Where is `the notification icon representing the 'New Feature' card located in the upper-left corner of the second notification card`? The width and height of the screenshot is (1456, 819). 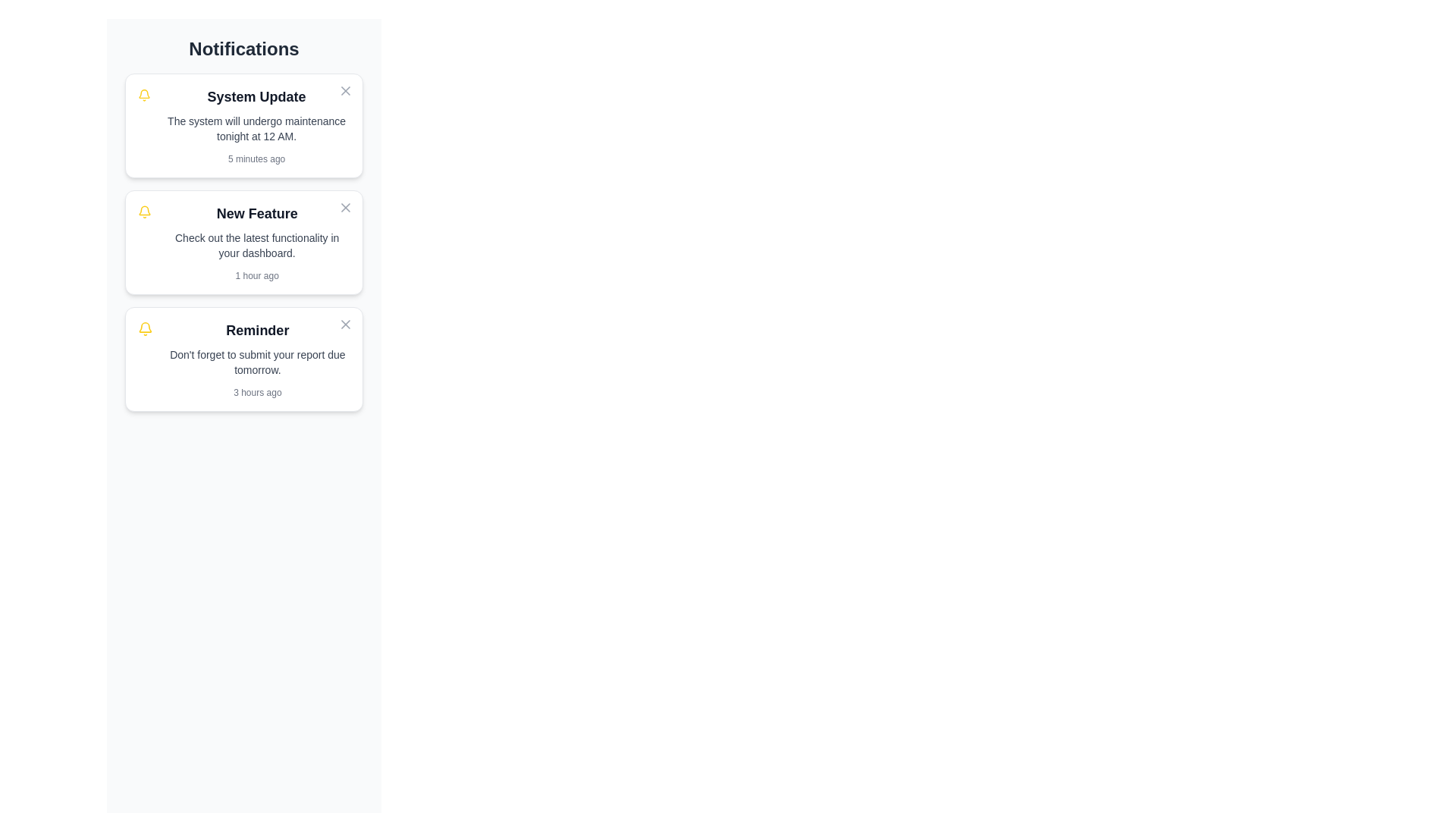
the notification icon representing the 'New Feature' card located in the upper-left corner of the second notification card is located at coordinates (145, 212).